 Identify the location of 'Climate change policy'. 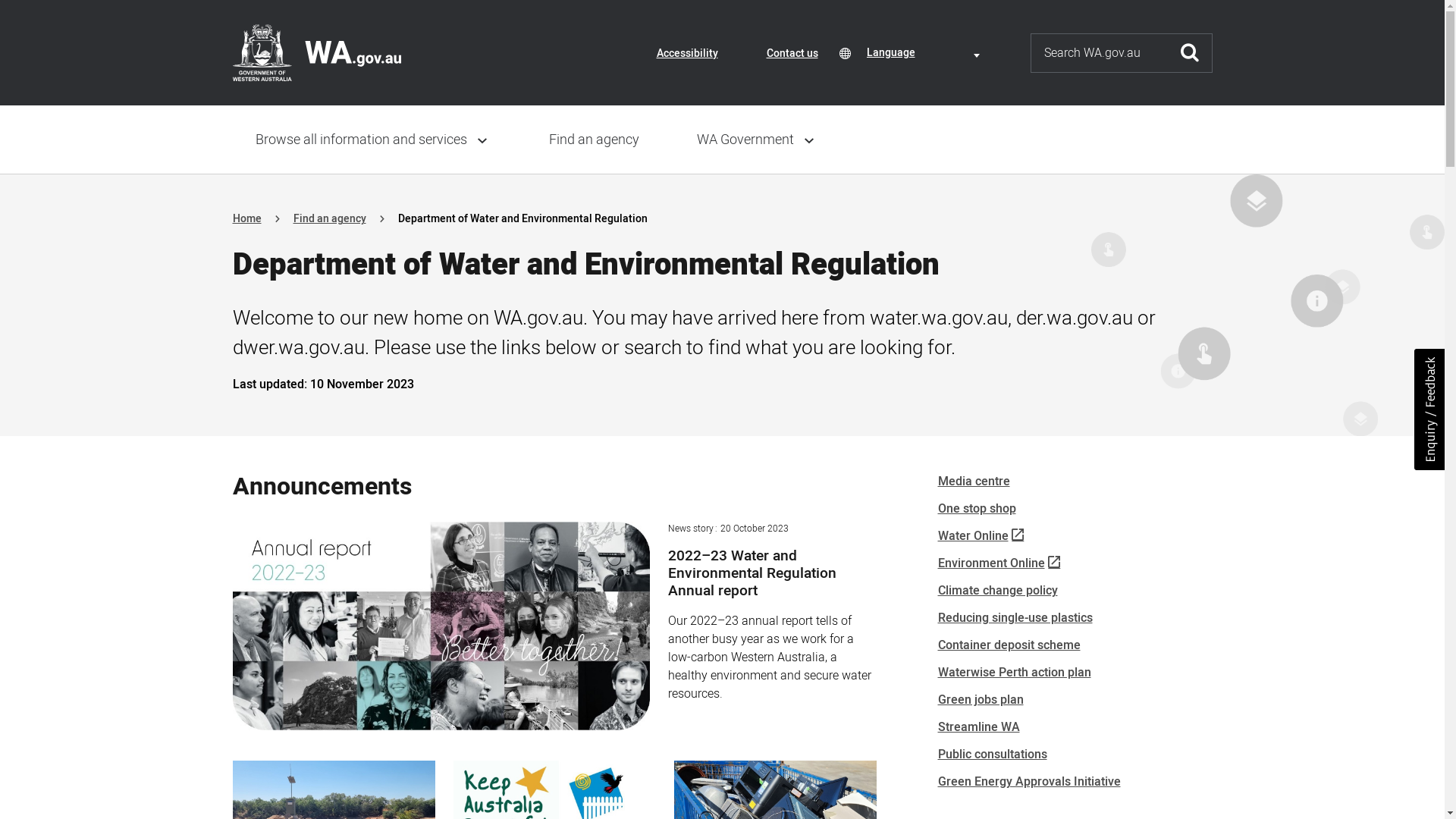
(997, 590).